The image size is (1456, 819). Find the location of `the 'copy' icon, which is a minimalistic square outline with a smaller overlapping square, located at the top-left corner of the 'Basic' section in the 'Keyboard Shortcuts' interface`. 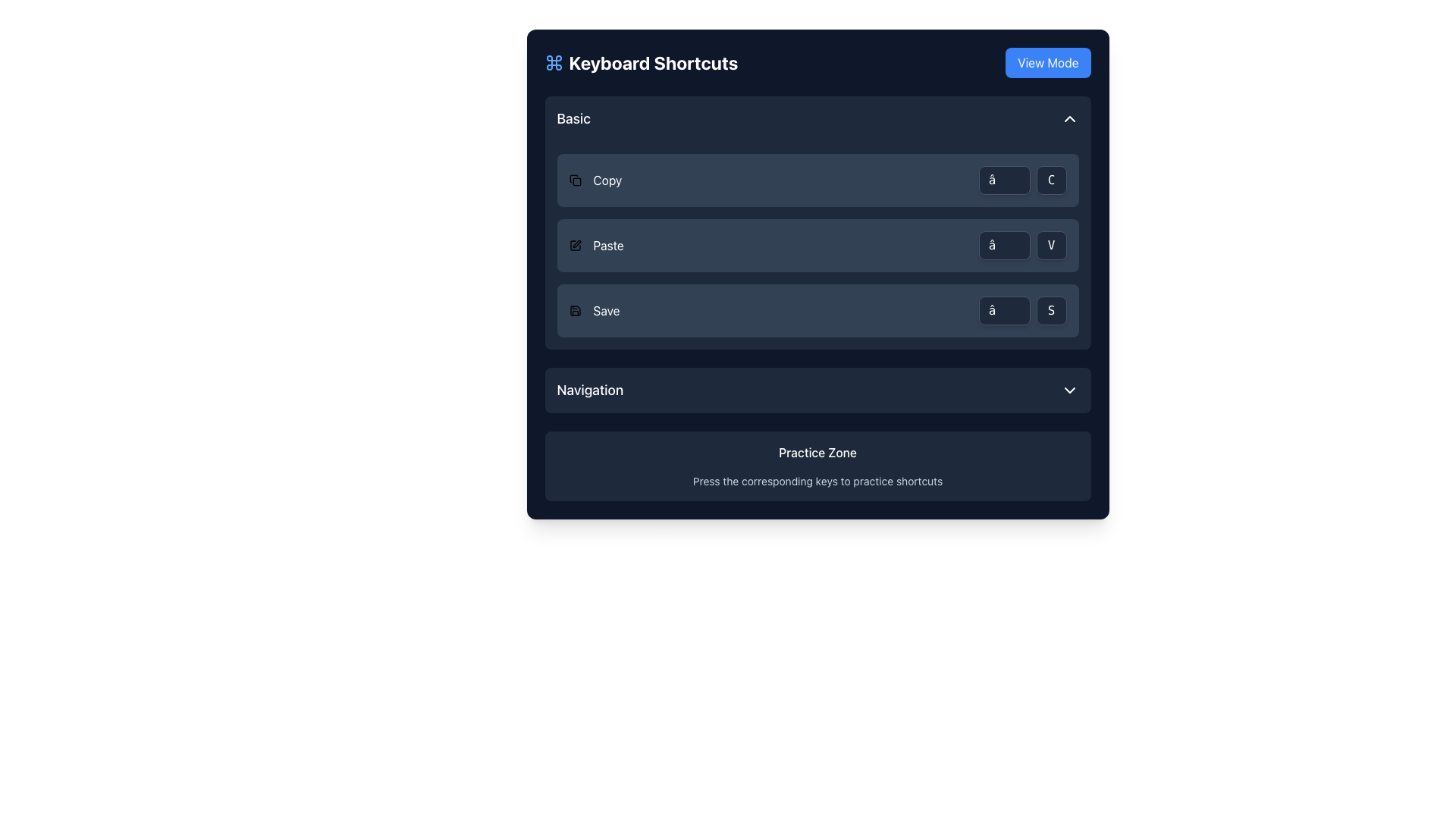

the 'copy' icon, which is a minimalistic square outline with a smaller overlapping square, located at the top-left corner of the 'Basic' section in the 'Keyboard Shortcuts' interface is located at coordinates (574, 180).